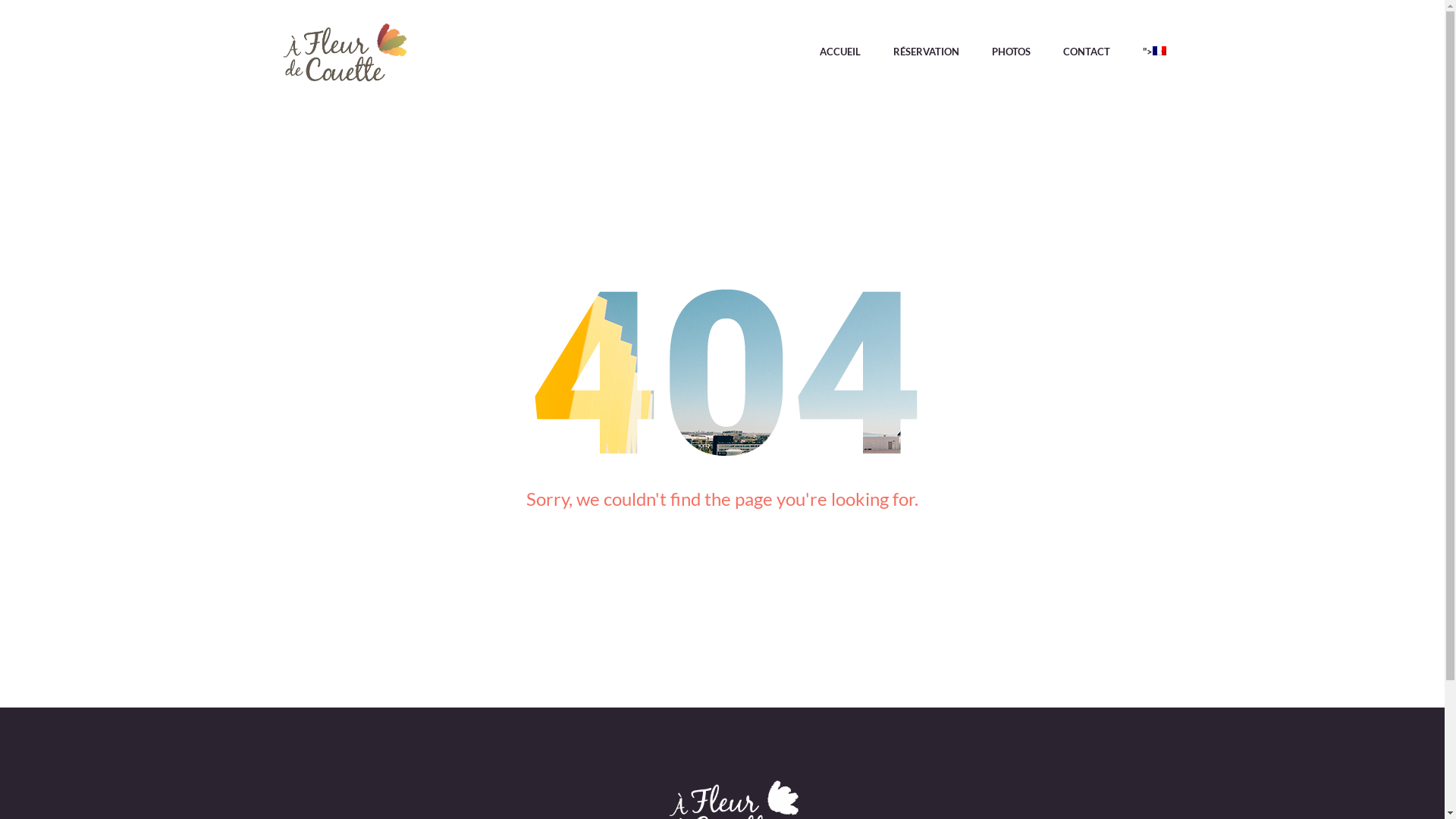  What do you see at coordinates (839, 55) in the screenshot?
I see `'ACCUEIL'` at bounding box center [839, 55].